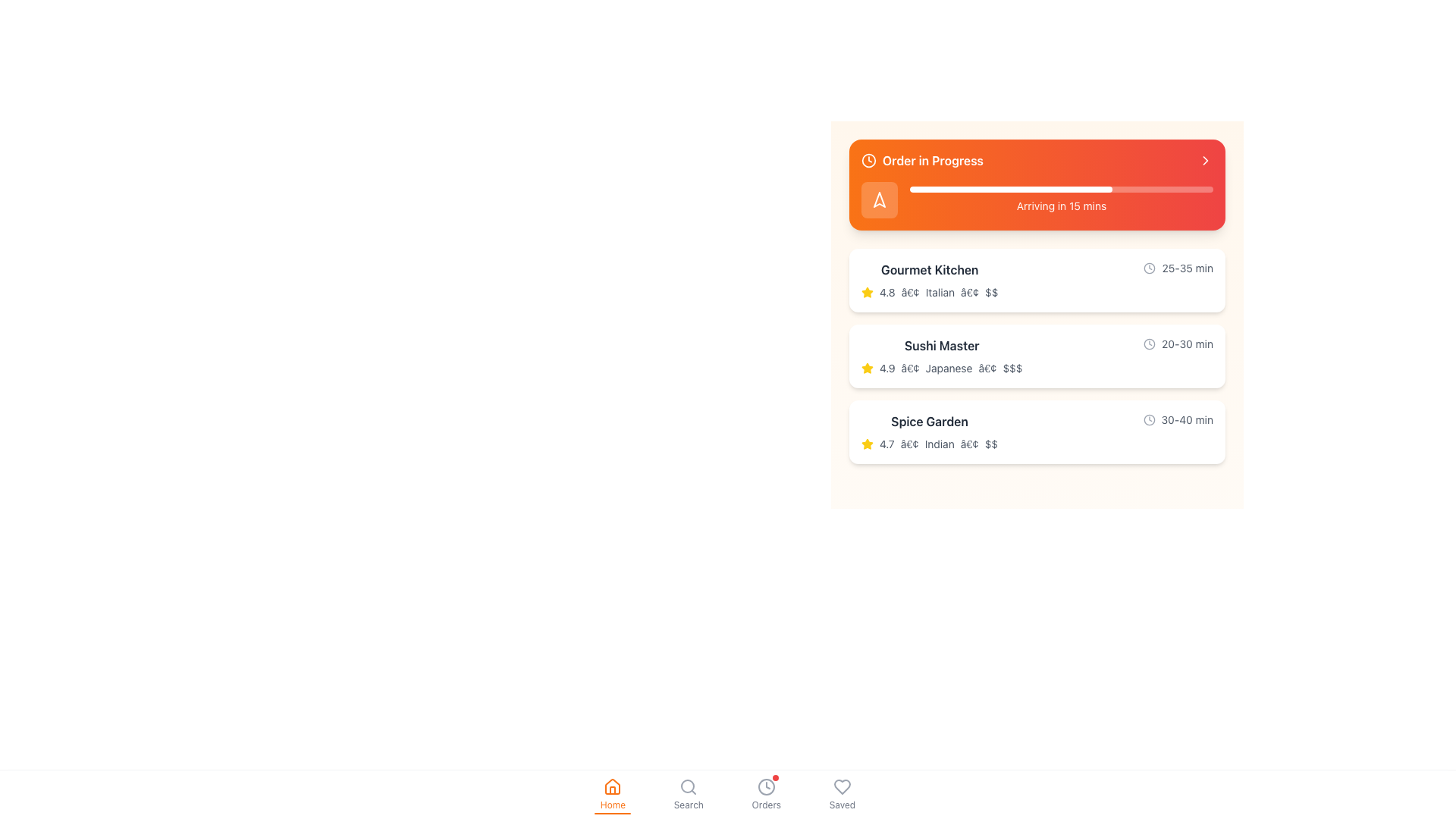 This screenshot has width=1456, height=819. I want to click on the composite textual display component for the restaurant 'Gourmet Kitchen' for accessibility navigation, so click(1037, 281).